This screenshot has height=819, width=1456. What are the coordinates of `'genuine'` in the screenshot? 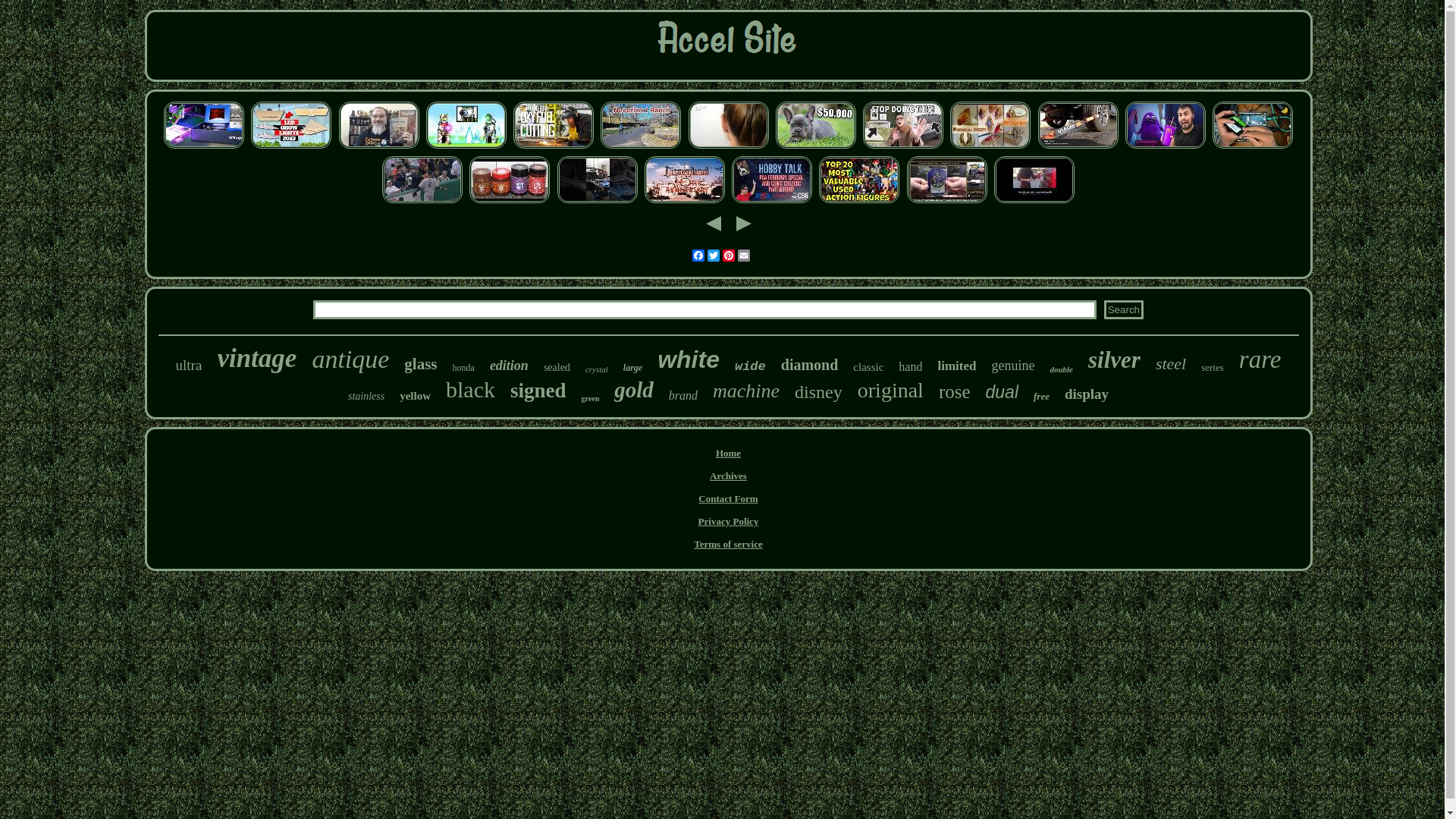 It's located at (1012, 366).